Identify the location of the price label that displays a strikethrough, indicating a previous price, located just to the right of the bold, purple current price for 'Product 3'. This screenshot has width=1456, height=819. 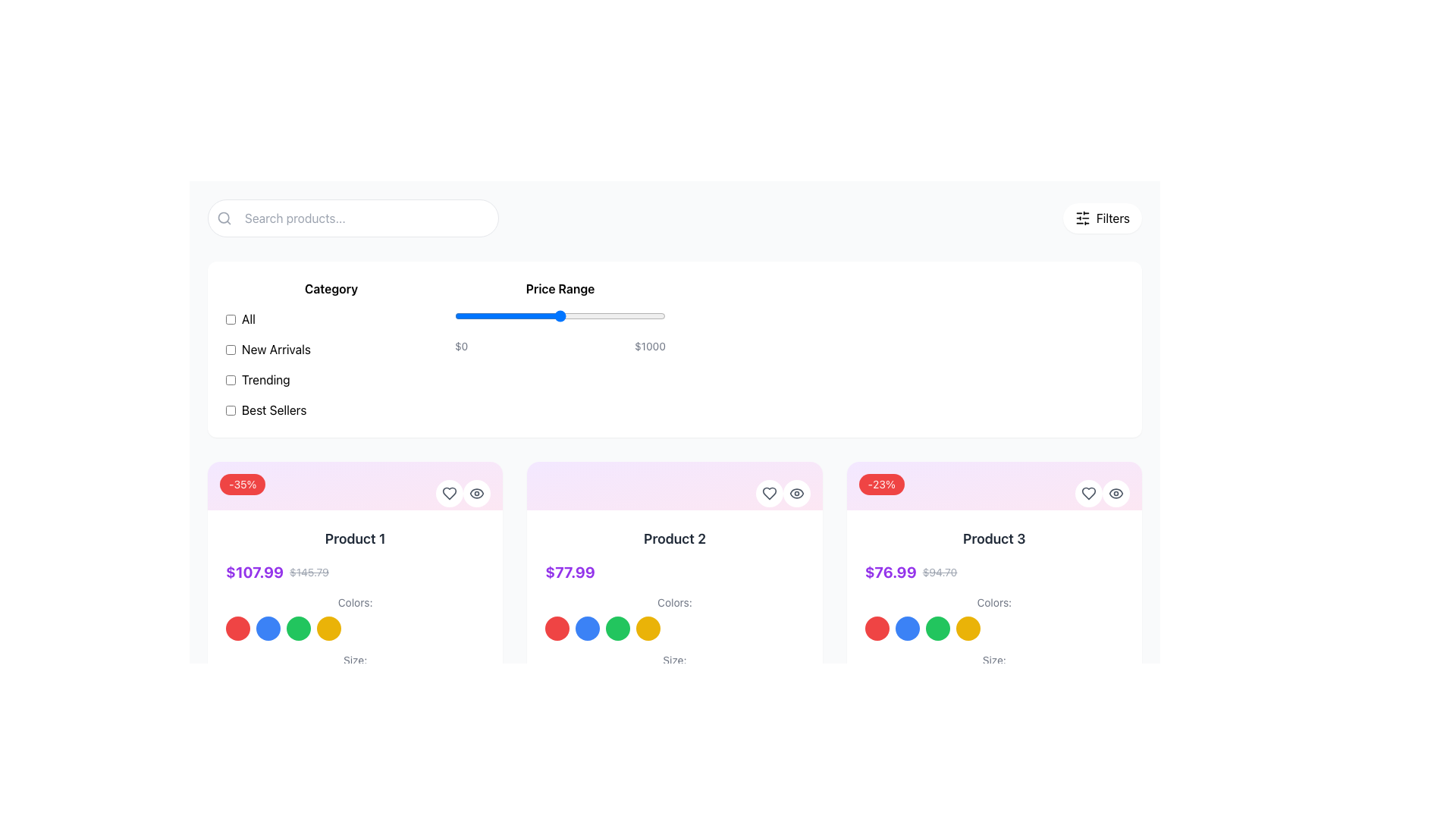
(939, 573).